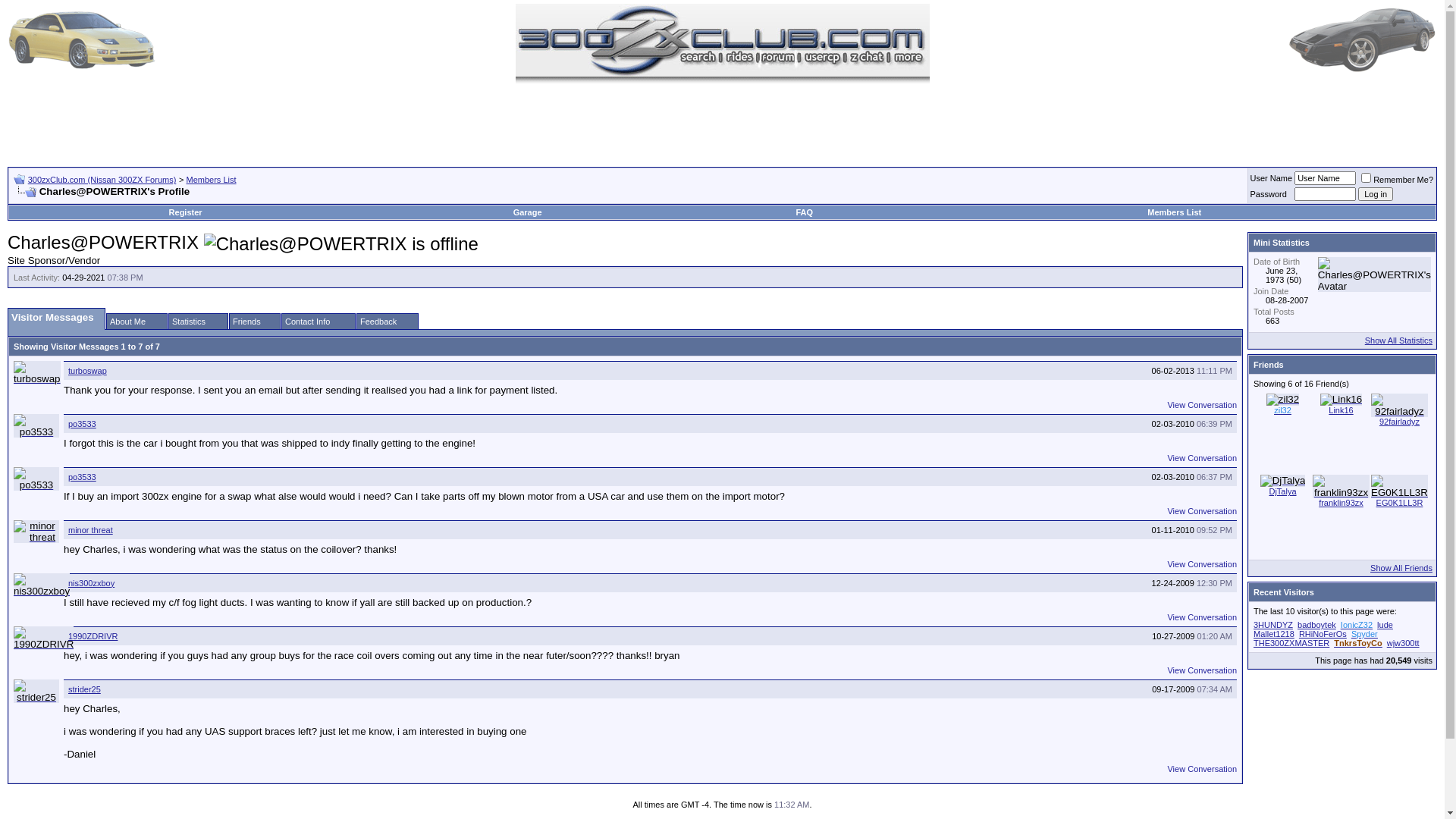 The image size is (1456, 819). Describe the element at coordinates (1253, 634) in the screenshot. I see `'Mallet1218'` at that location.